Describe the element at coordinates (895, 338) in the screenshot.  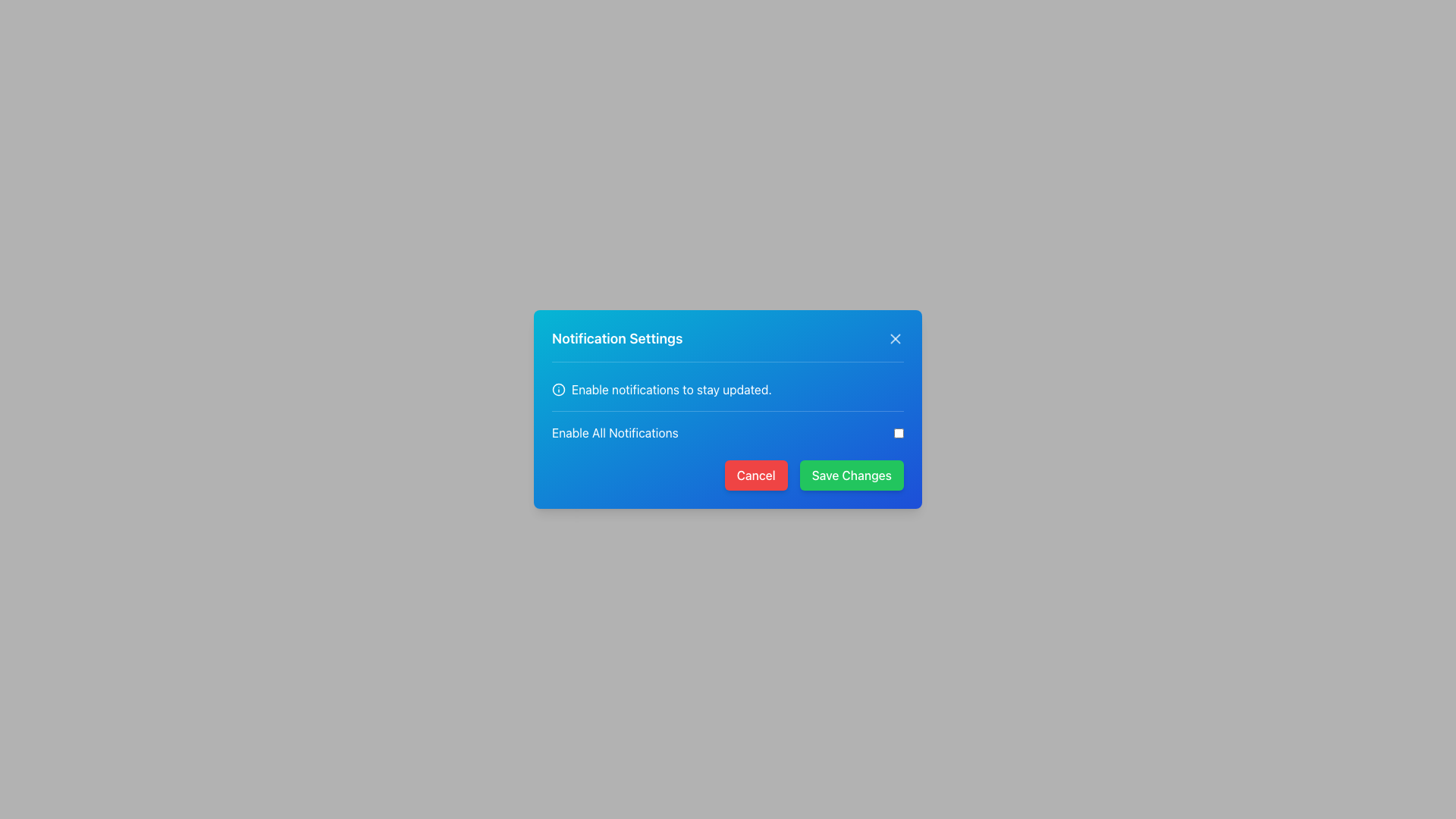
I see `the close button located in the top-right corner of the 'Notification Settings' modal window` at that location.